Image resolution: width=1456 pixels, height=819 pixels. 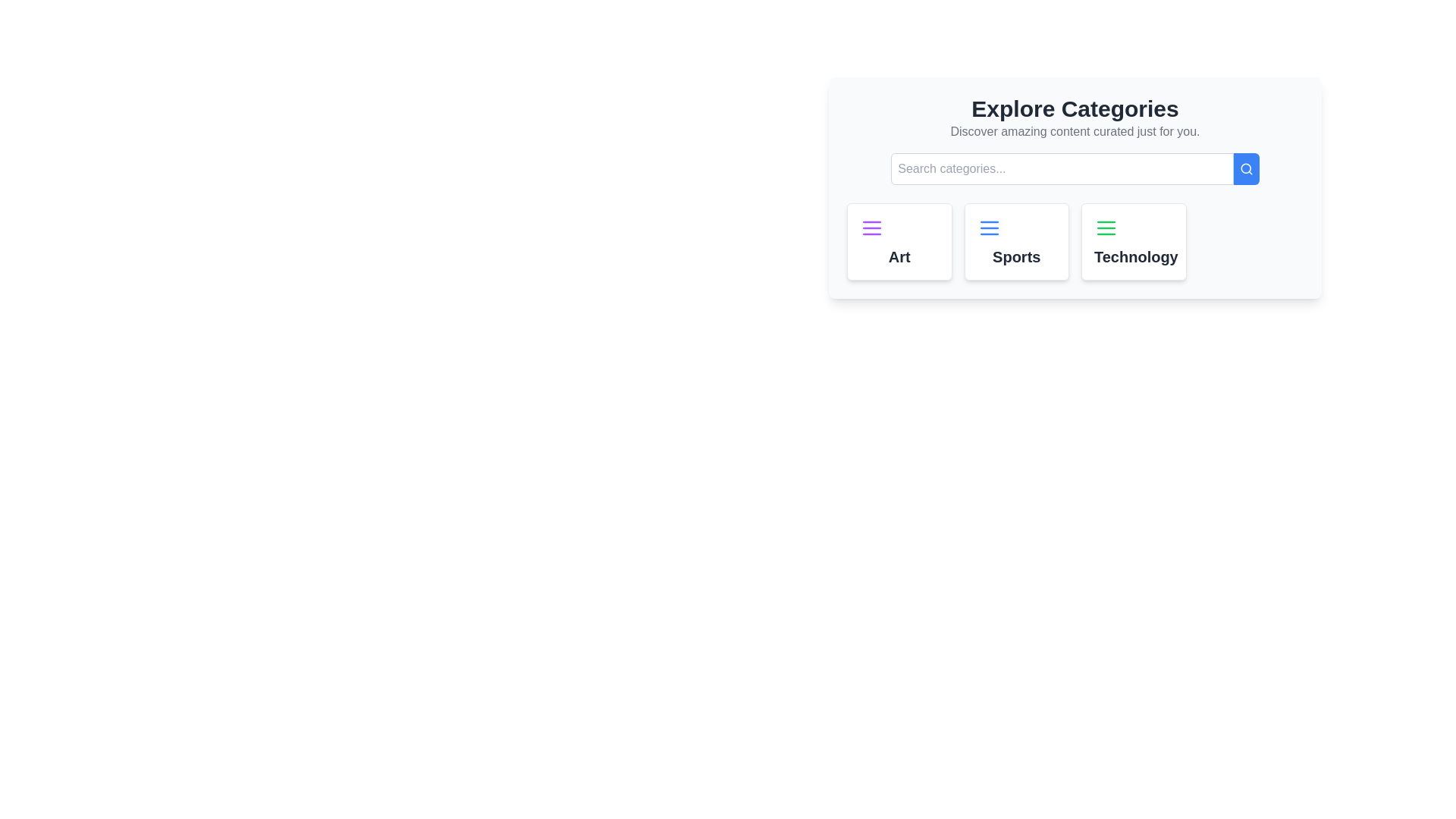 What do you see at coordinates (1074, 108) in the screenshot?
I see `main heading text label located at the top of the content section, which provides clarity about exploring various categories of content` at bounding box center [1074, 108].